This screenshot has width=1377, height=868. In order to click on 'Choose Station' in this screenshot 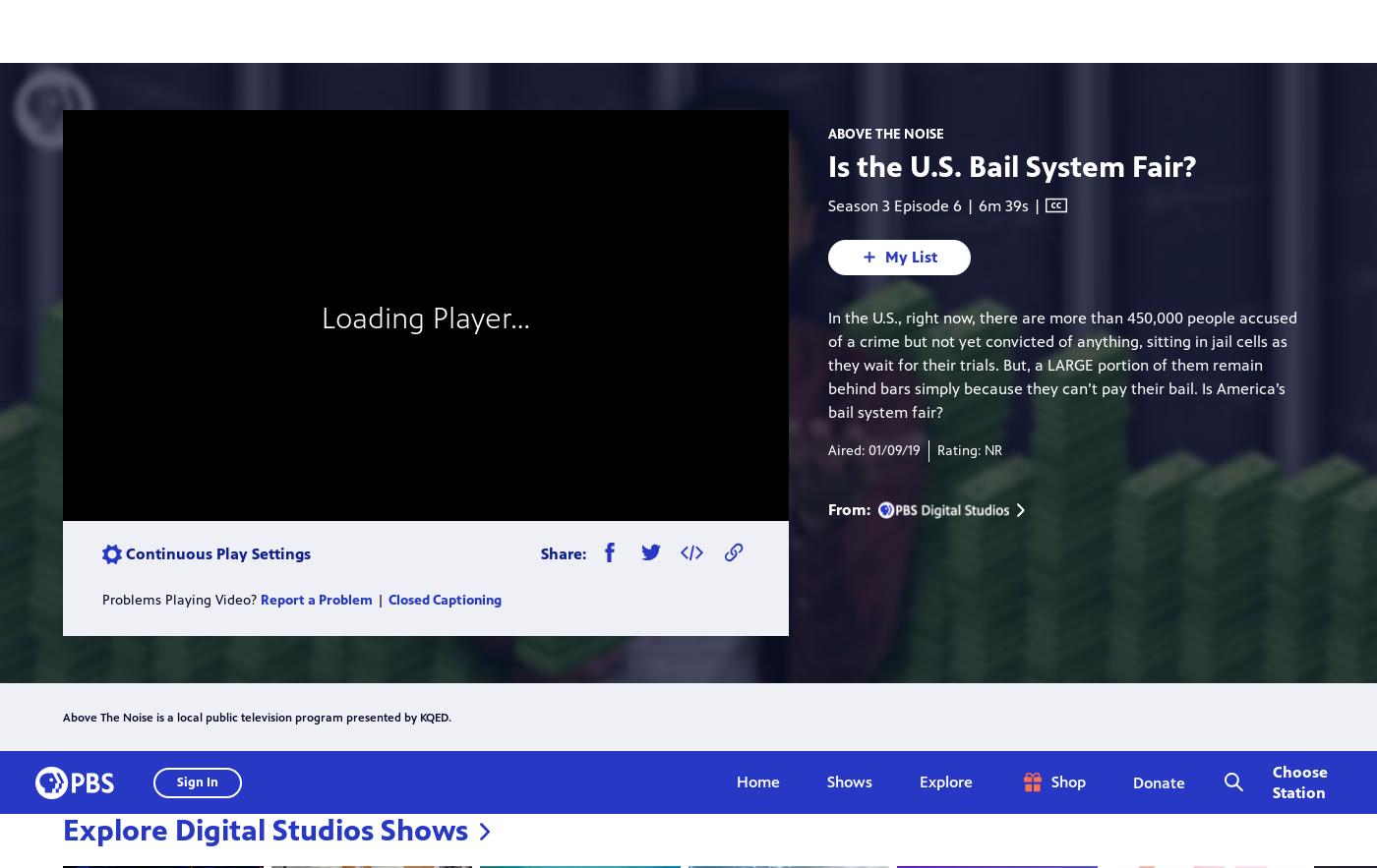, I will do `click(1300, 30)`.